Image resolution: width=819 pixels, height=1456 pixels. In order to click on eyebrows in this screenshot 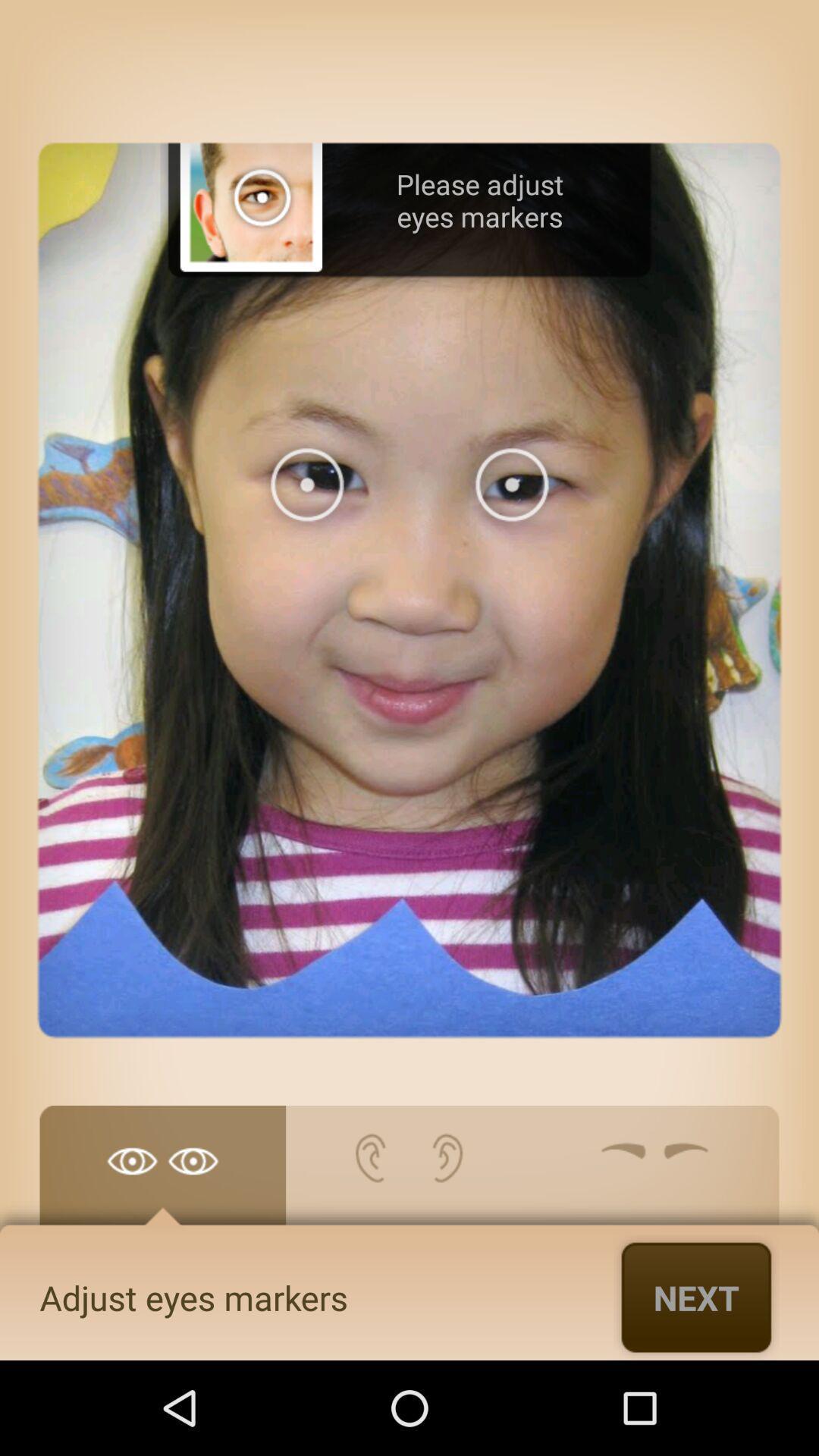, I will do `click(654, 1172)`.